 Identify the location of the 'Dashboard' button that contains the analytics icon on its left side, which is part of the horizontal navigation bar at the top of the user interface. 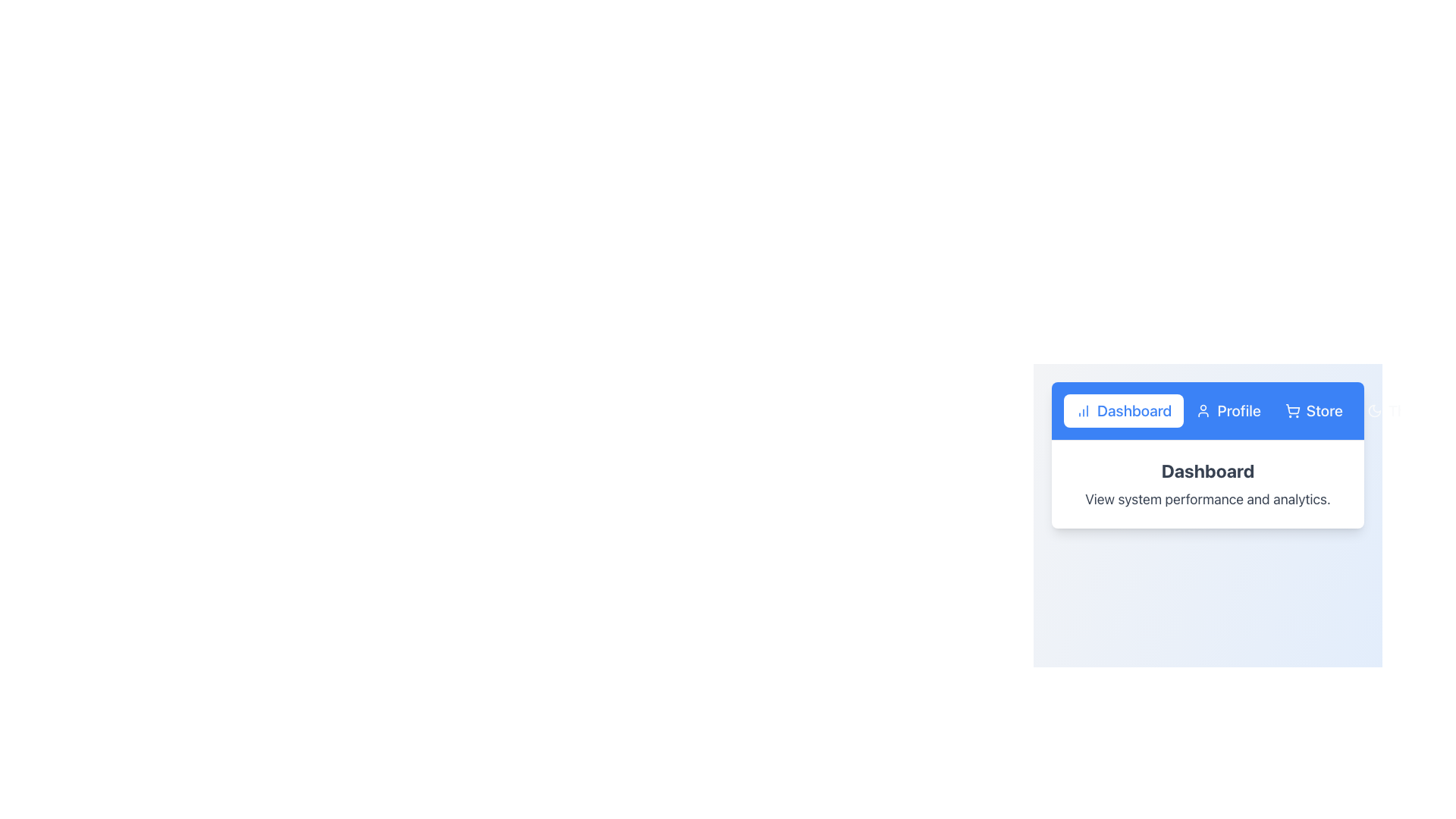
(1083, 411).